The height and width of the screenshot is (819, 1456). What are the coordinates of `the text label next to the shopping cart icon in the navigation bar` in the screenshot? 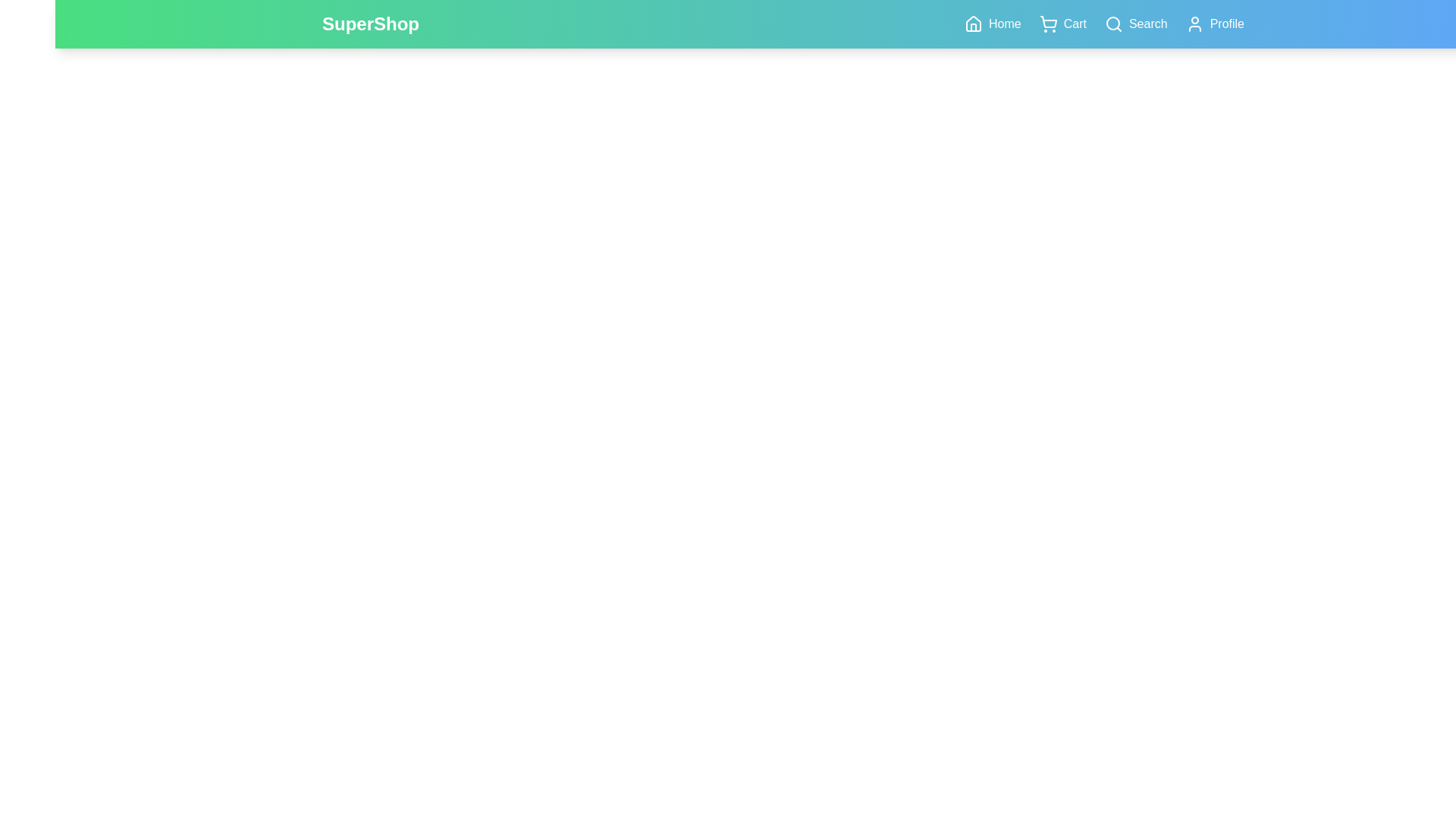 It's located at (1073, 24).